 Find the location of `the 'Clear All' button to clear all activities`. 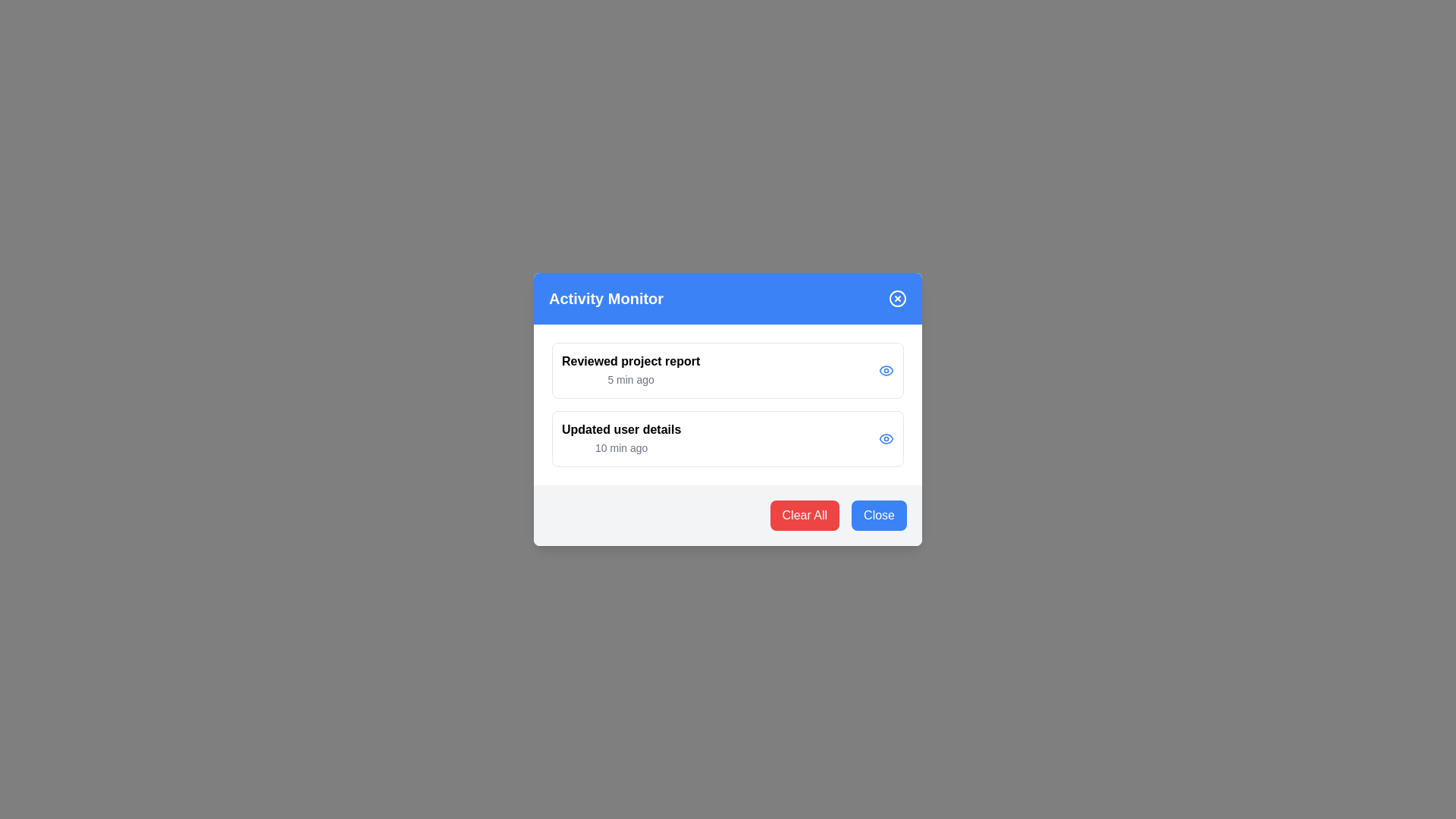

the 'Clear All' button to clear all activities is located at coordinates (803, 514).